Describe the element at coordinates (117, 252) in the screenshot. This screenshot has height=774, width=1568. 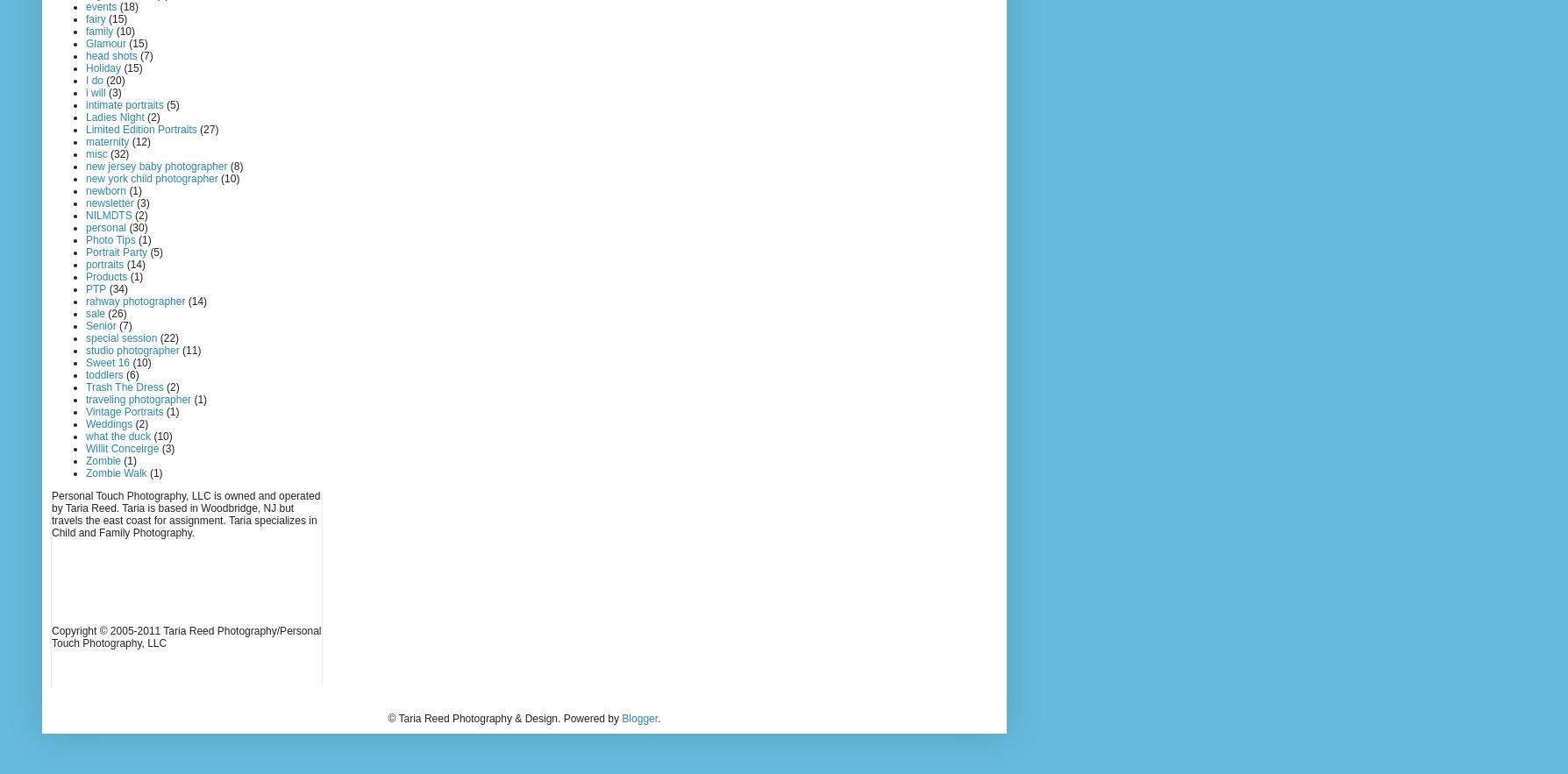
I see `'Portrait Party'` at that location.